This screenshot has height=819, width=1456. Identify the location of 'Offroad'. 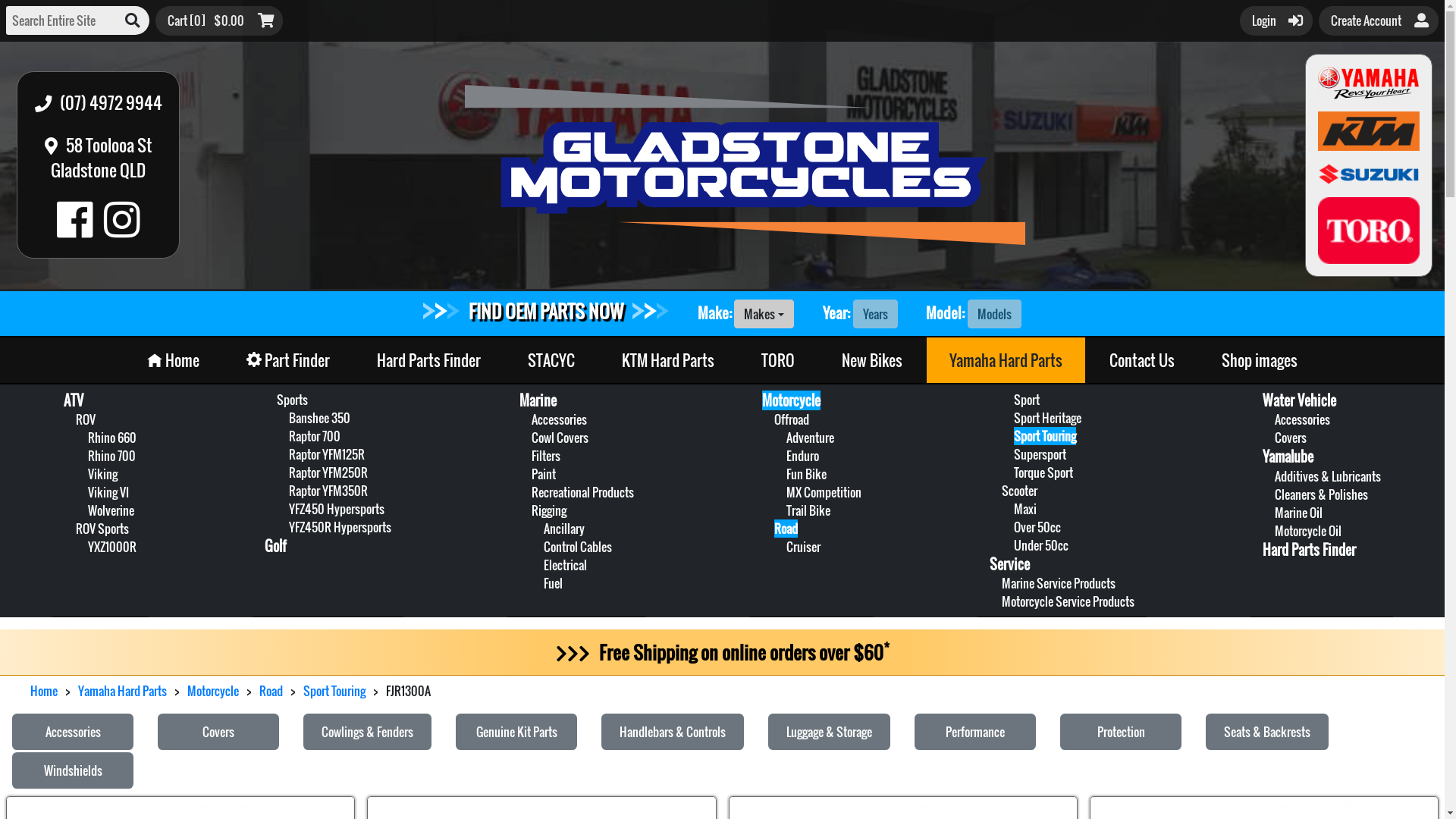
(790, 419).